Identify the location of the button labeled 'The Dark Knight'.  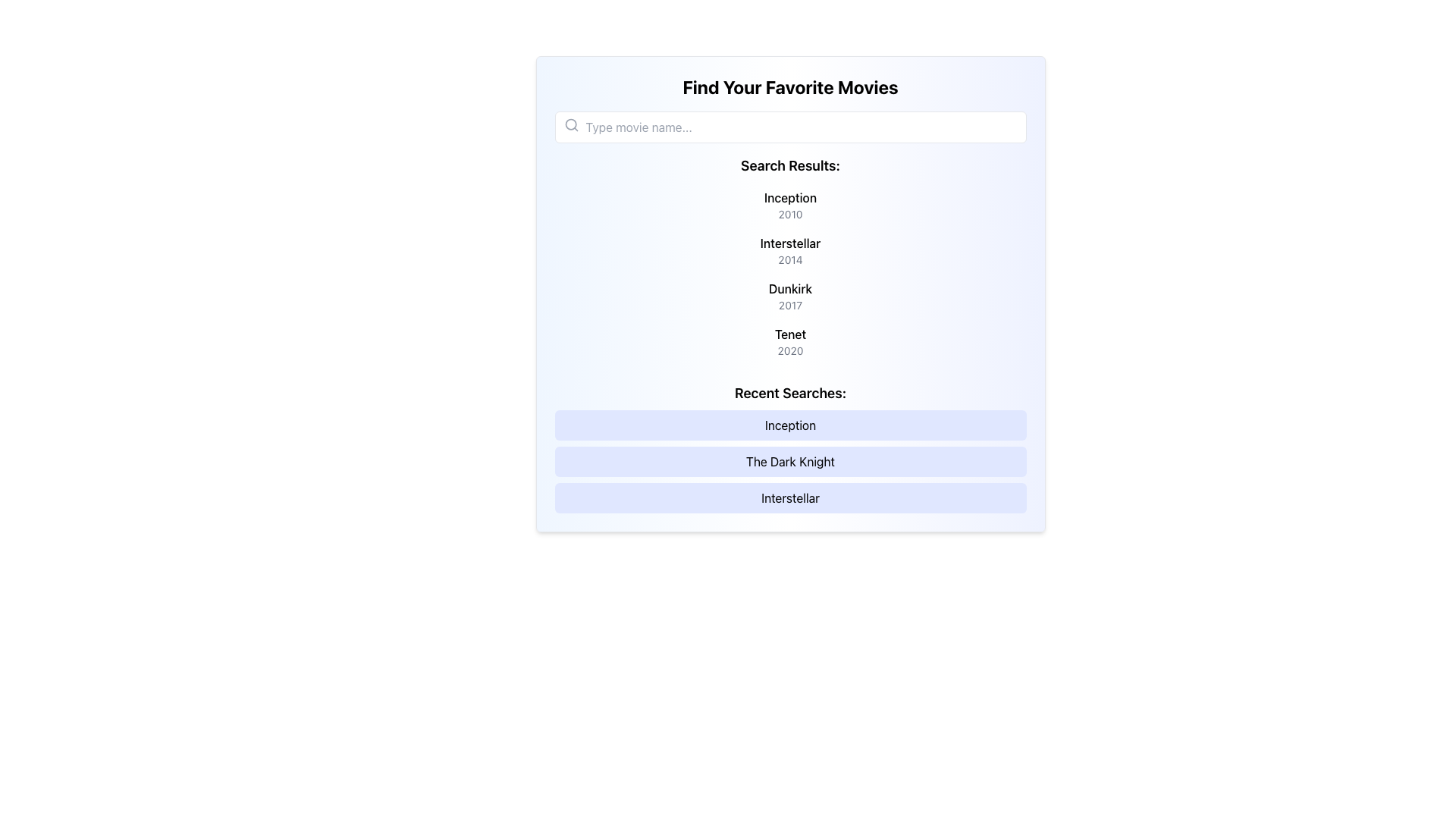
(789, 461).